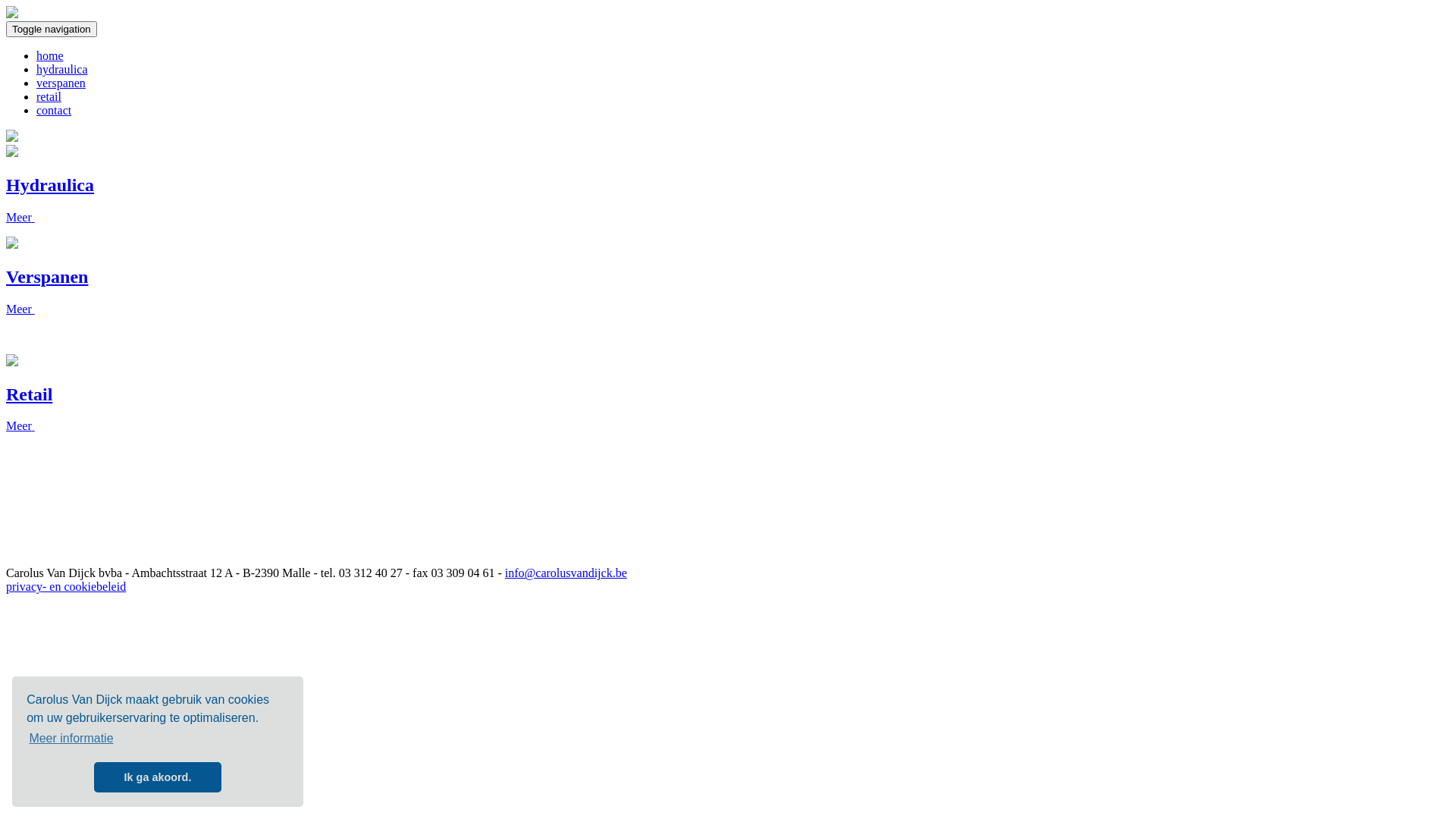 The image size is (1456, 819). Describe the element at coordinates (50, 55) in the screenshot. I see `'home'` at that location.